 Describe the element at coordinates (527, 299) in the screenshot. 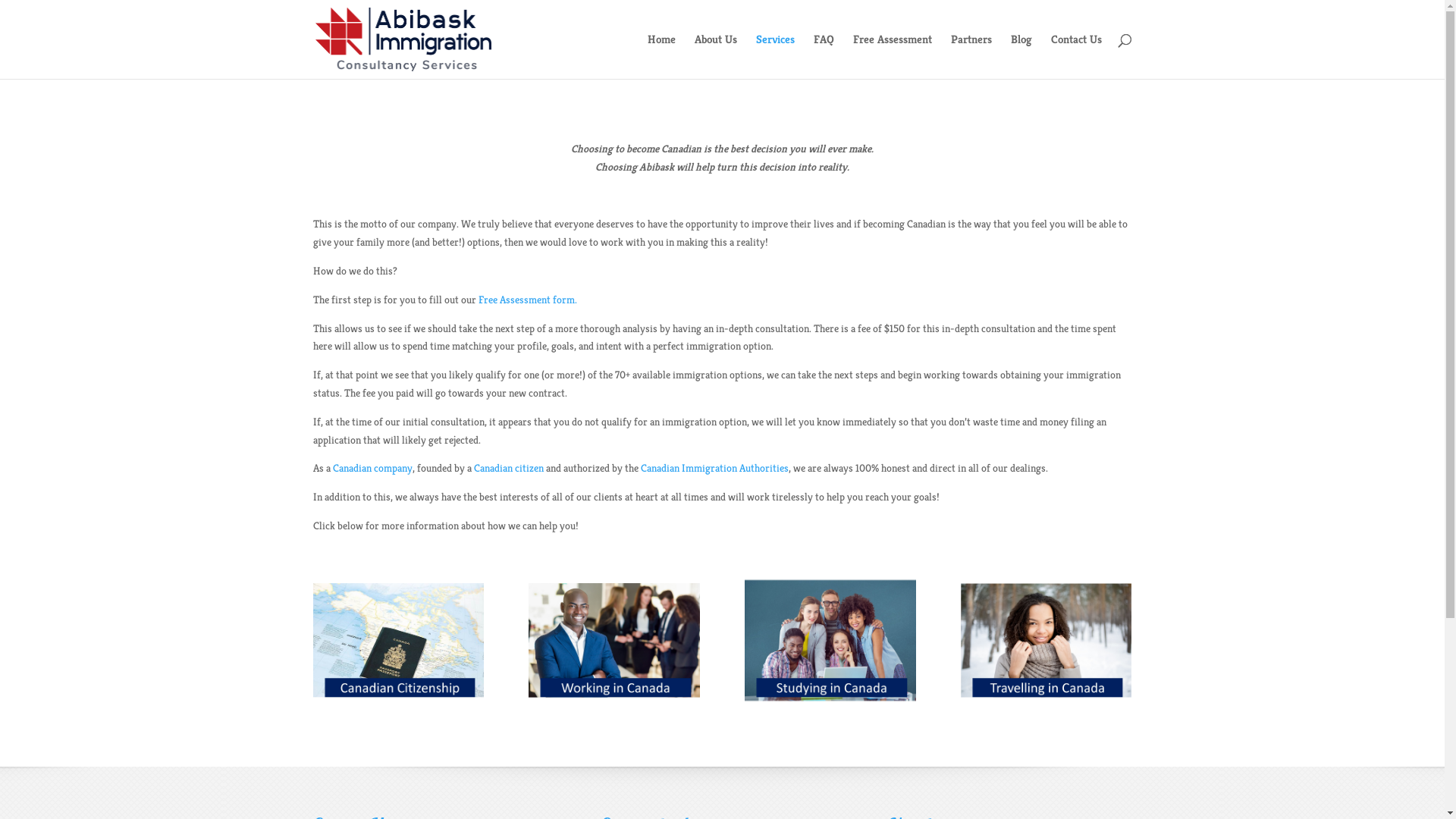

I see `'Free Assessment form.'` at that location.